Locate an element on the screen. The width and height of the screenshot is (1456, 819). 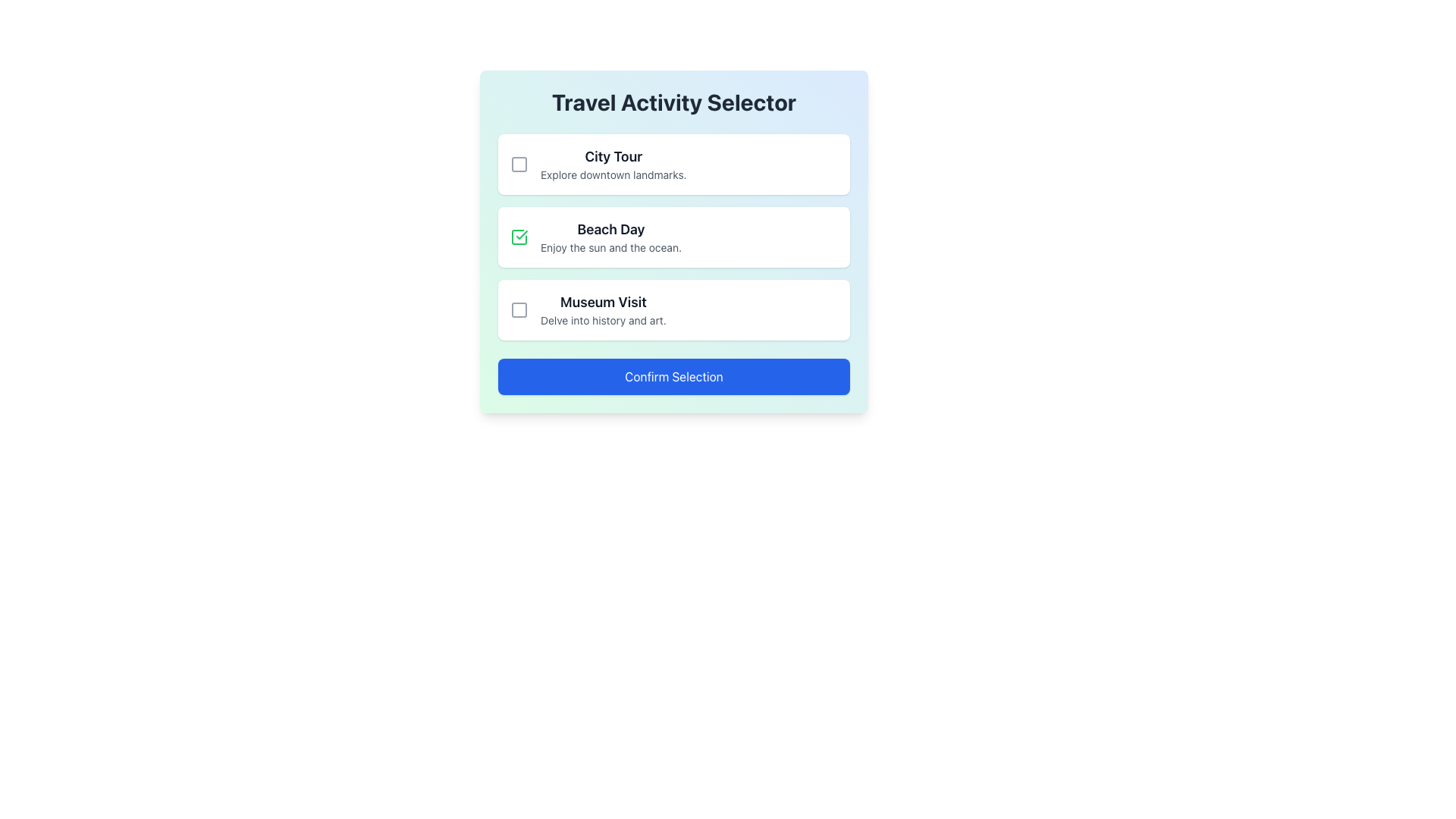
the static text element that provides additional insight into the 'City Tour' option, located beneath the 'City Tour' title is located at coordinates (613, 174).